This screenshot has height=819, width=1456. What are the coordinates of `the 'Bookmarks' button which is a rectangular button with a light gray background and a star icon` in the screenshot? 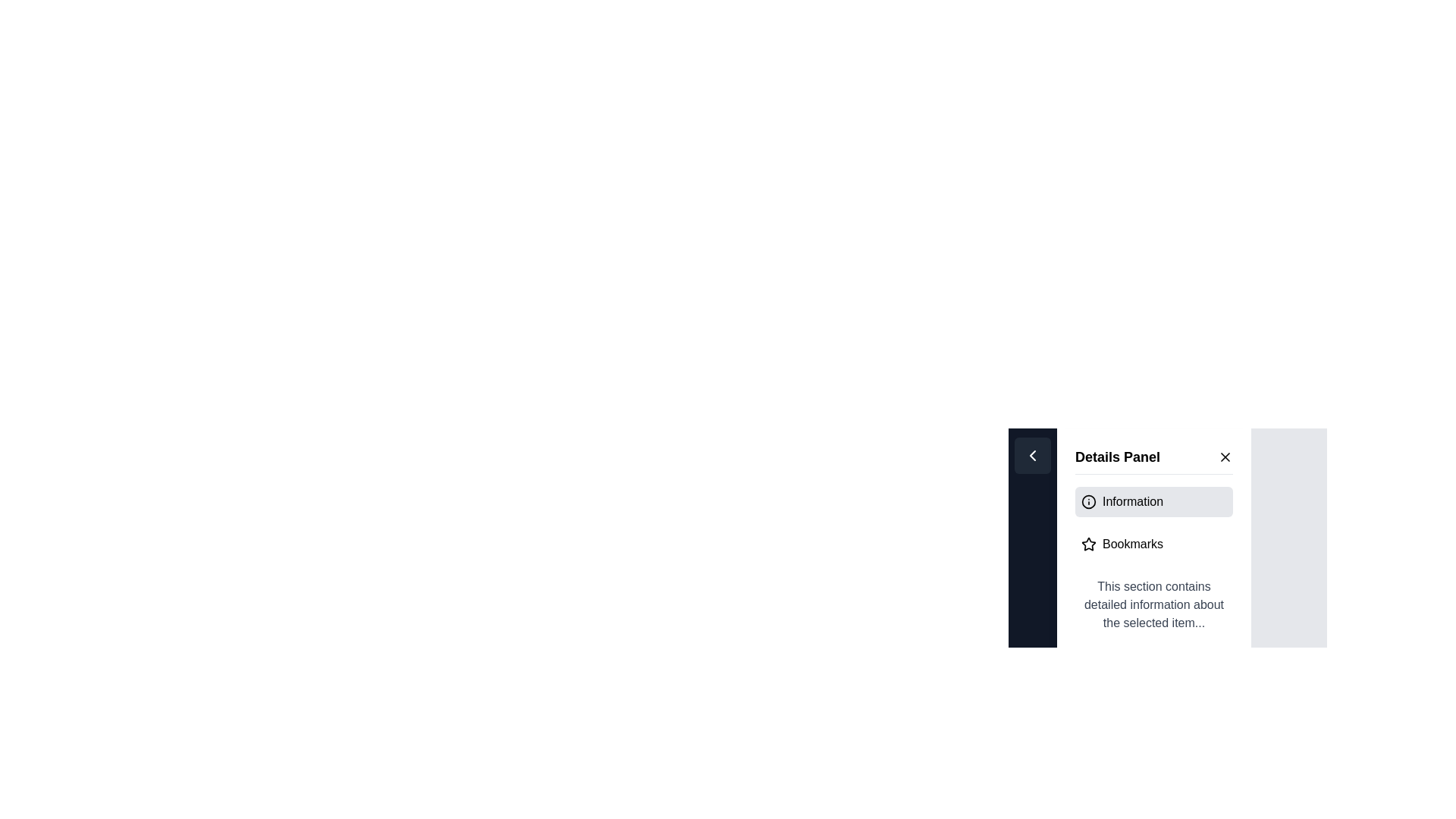 It's located at (1153, 543).